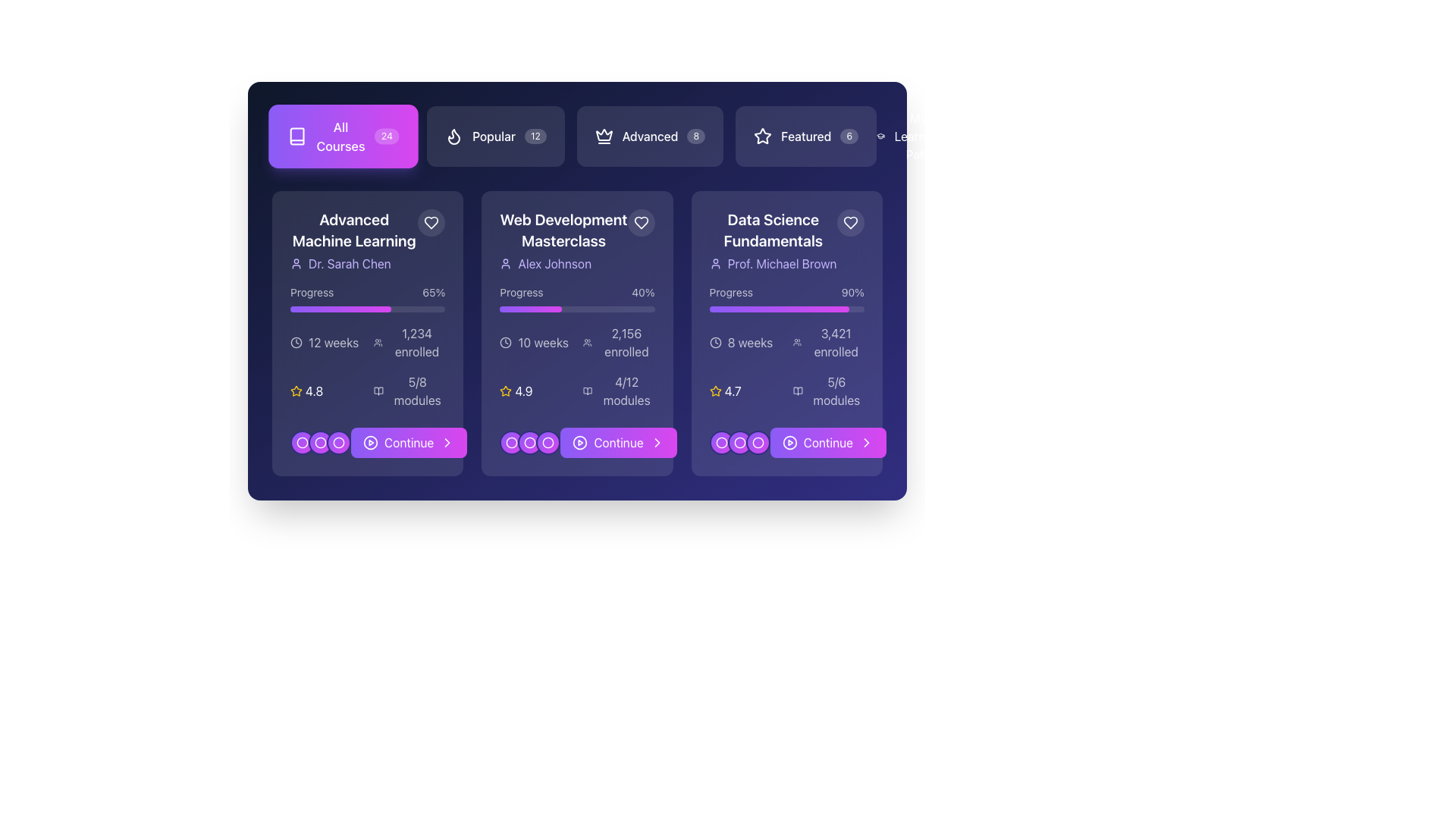 The image size is (1456, 819). Describe the element at coordinates (619, 342) in the screenshot. I see `the text element displaying '2,156 enrolled' with an adjacent icon of two overlapping human figures, located in the second column beneath the duration indicator and above the progress bar and rating details` at that location.